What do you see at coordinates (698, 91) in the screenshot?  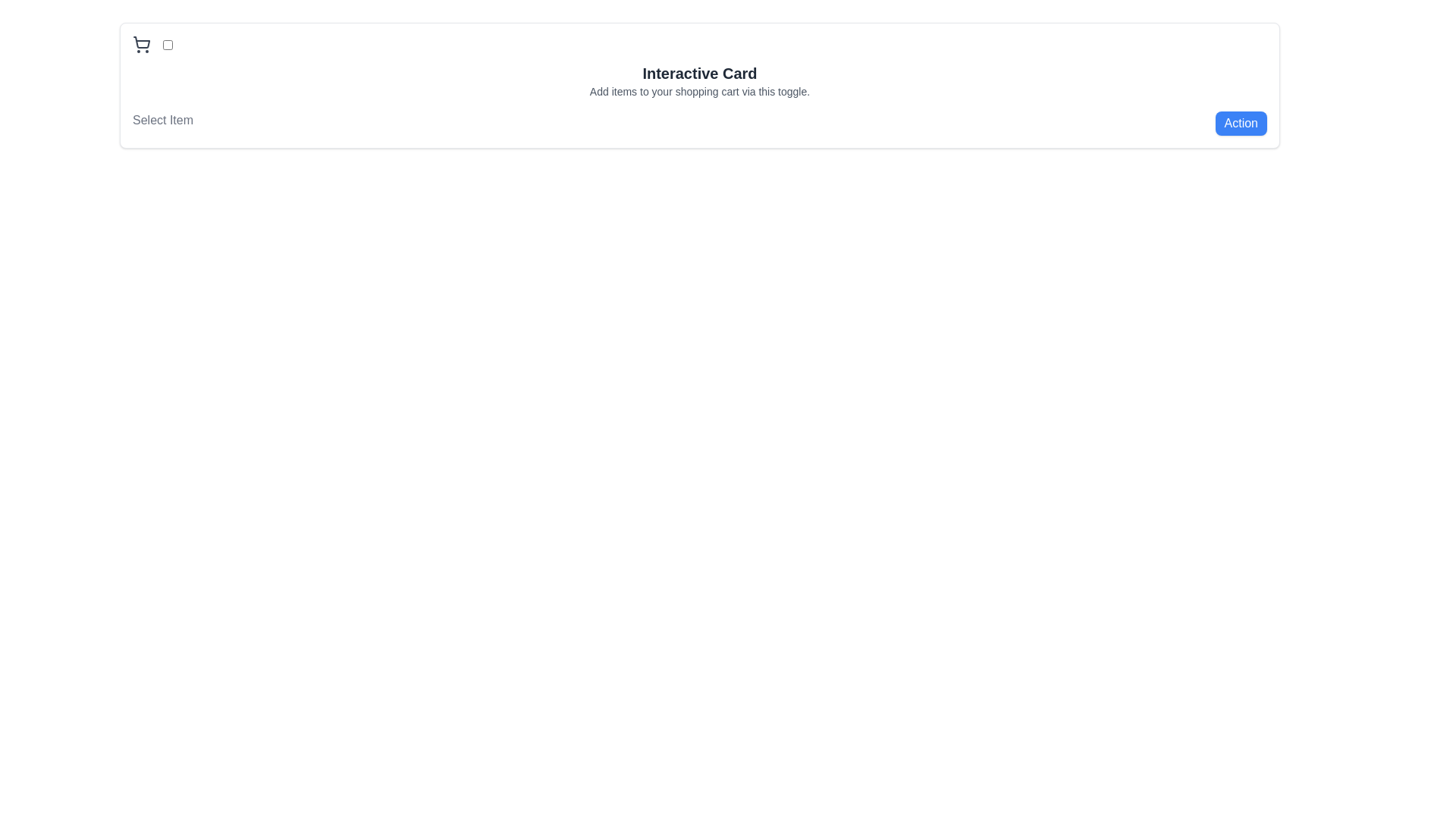 I see `the text label that reads 'Add items to your shopping cart via this toggle', which is styled in a smaller font size and lighter gray color, located below the 'Interactive Card' text element` at bounding box center [698, 91].